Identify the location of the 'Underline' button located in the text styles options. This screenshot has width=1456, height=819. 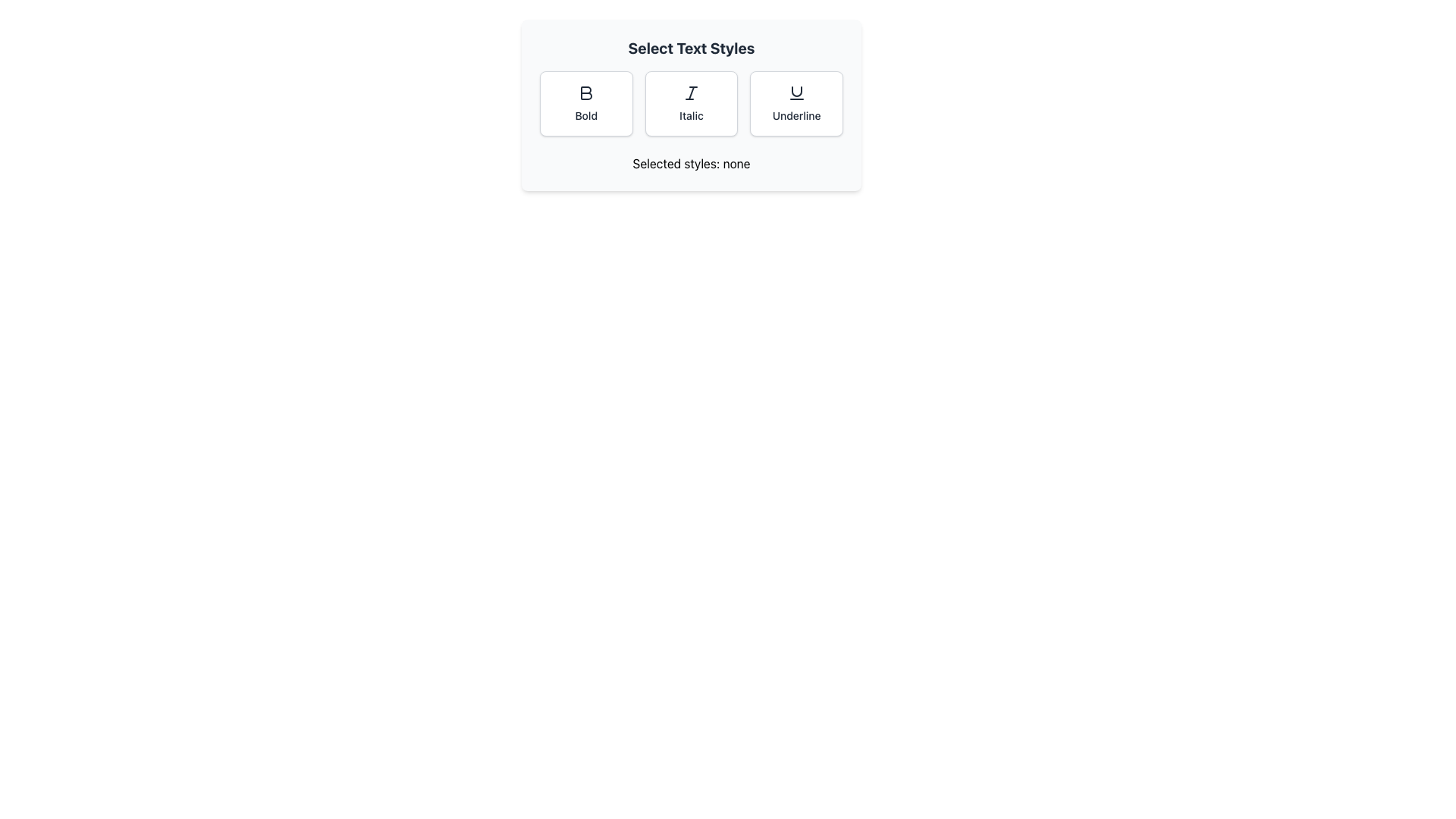
(795, 93).